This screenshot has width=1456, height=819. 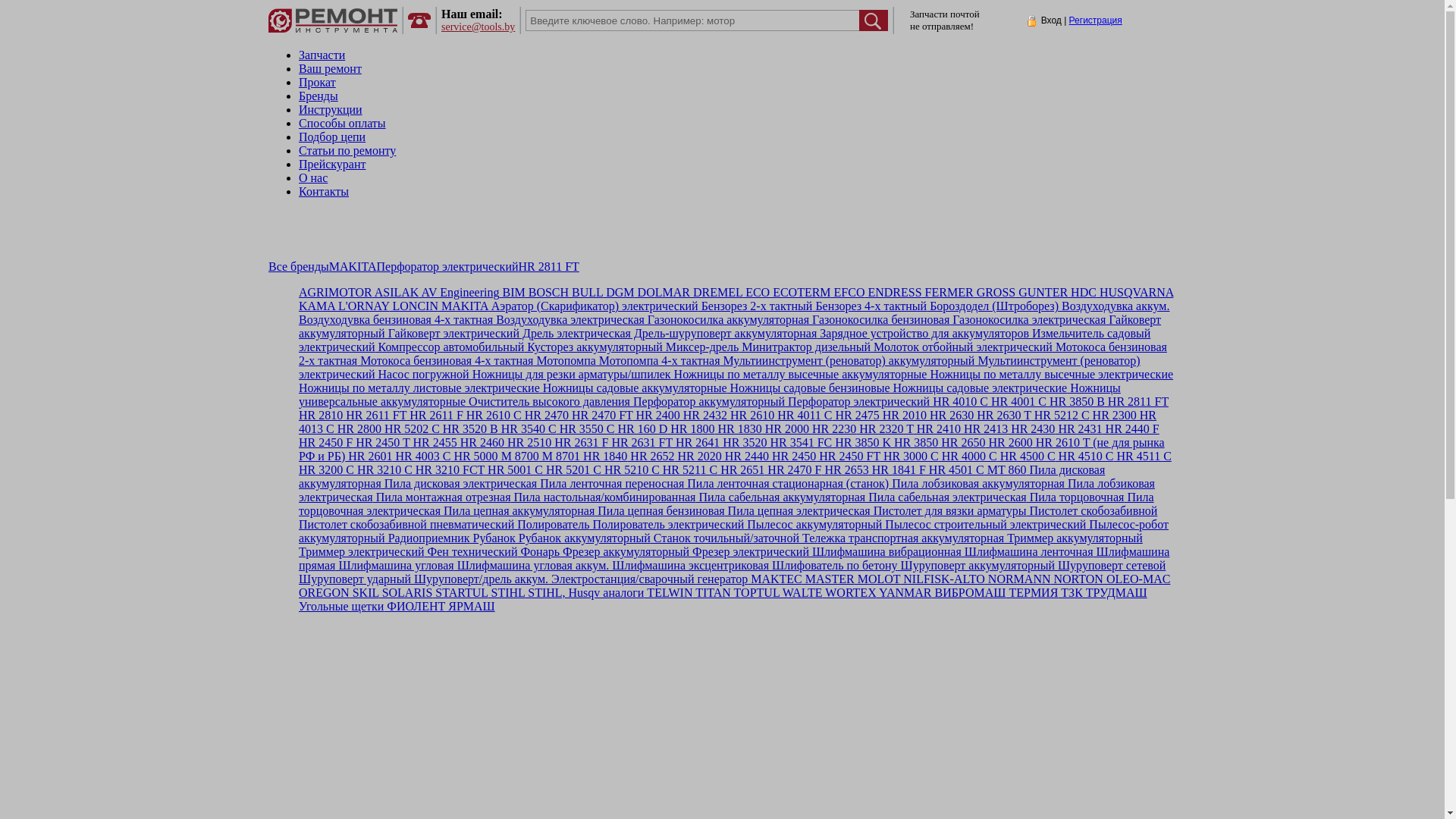 I want to click on 'HR 2630 T', so click(x=1002, y=415).